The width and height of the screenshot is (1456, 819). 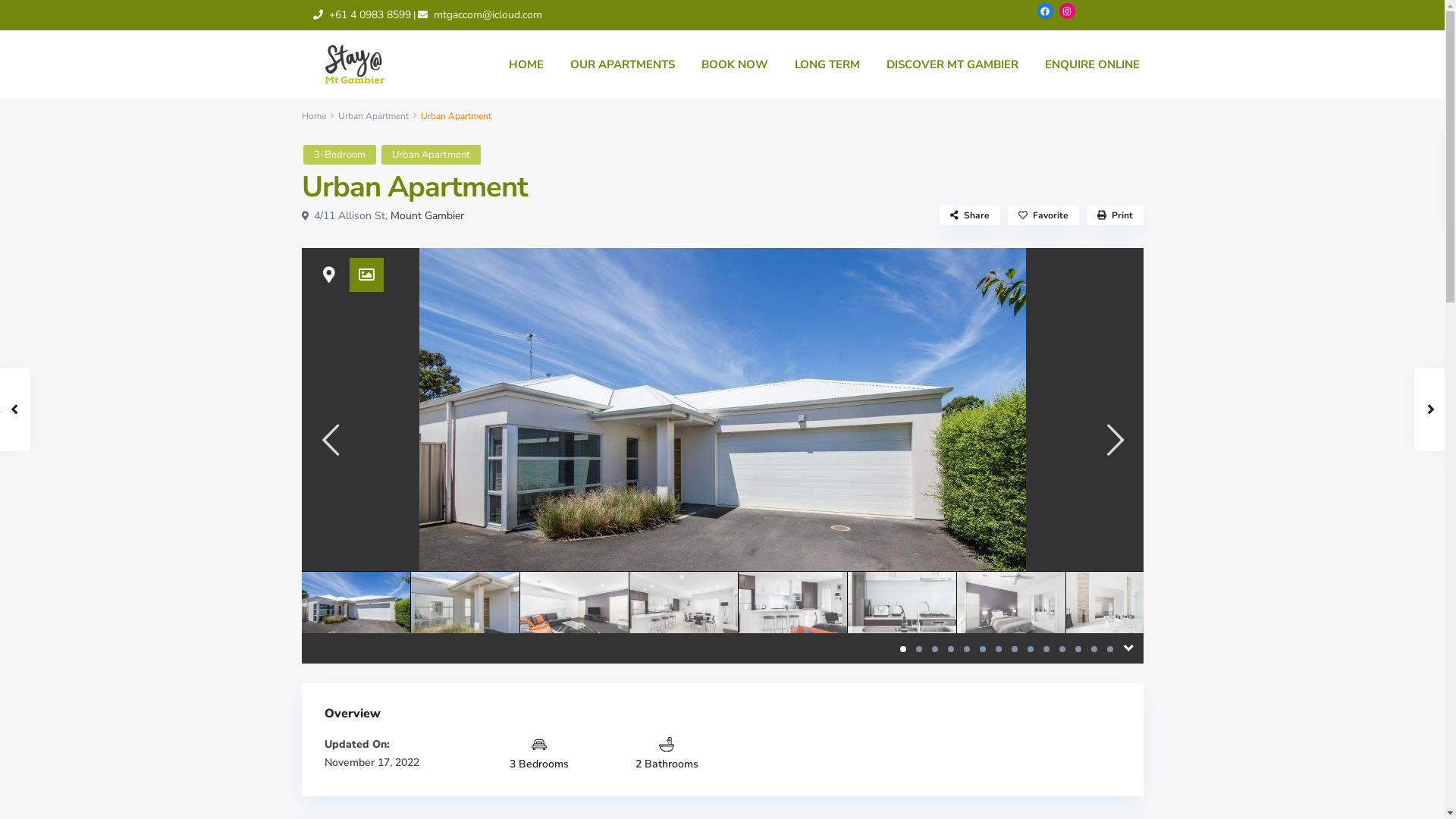 I want to click on 'LONG TERM', so click(x=825, y=63).